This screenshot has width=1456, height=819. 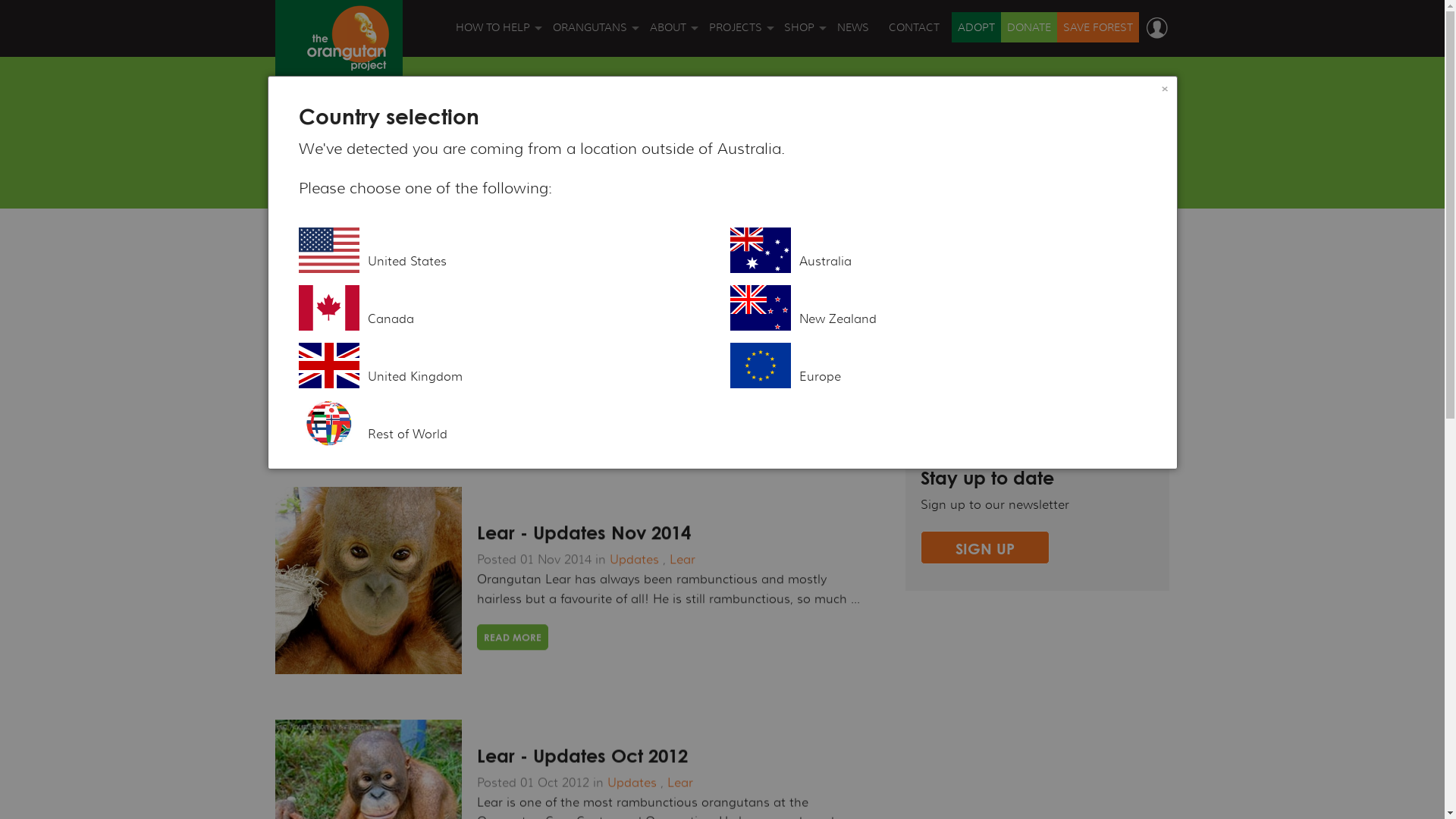 What do you see at coordinates (590, 152) in the screenshot?
I see `'ORANGUTAN VIDEOS'` at bounding box center [590, 152].